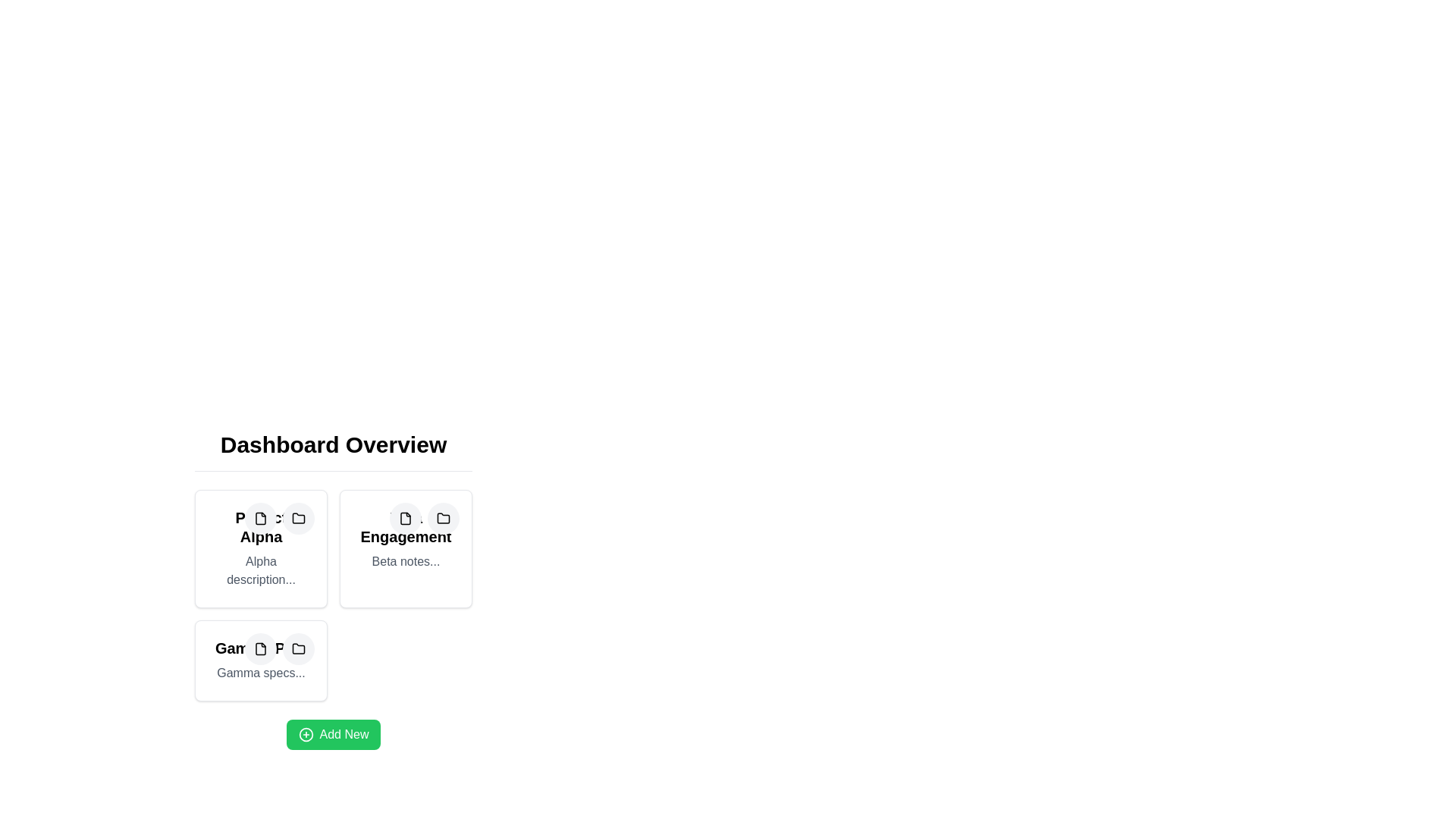 This screenshot has height=819, width=1456. What do you see at coordinates (261, 648) in the screenshot?
I see `the black outlined document icon with a folded corner design located in the lower-left card titled 'Gamma specs...' on the dashboard interface` at bounding box center [261, 648].